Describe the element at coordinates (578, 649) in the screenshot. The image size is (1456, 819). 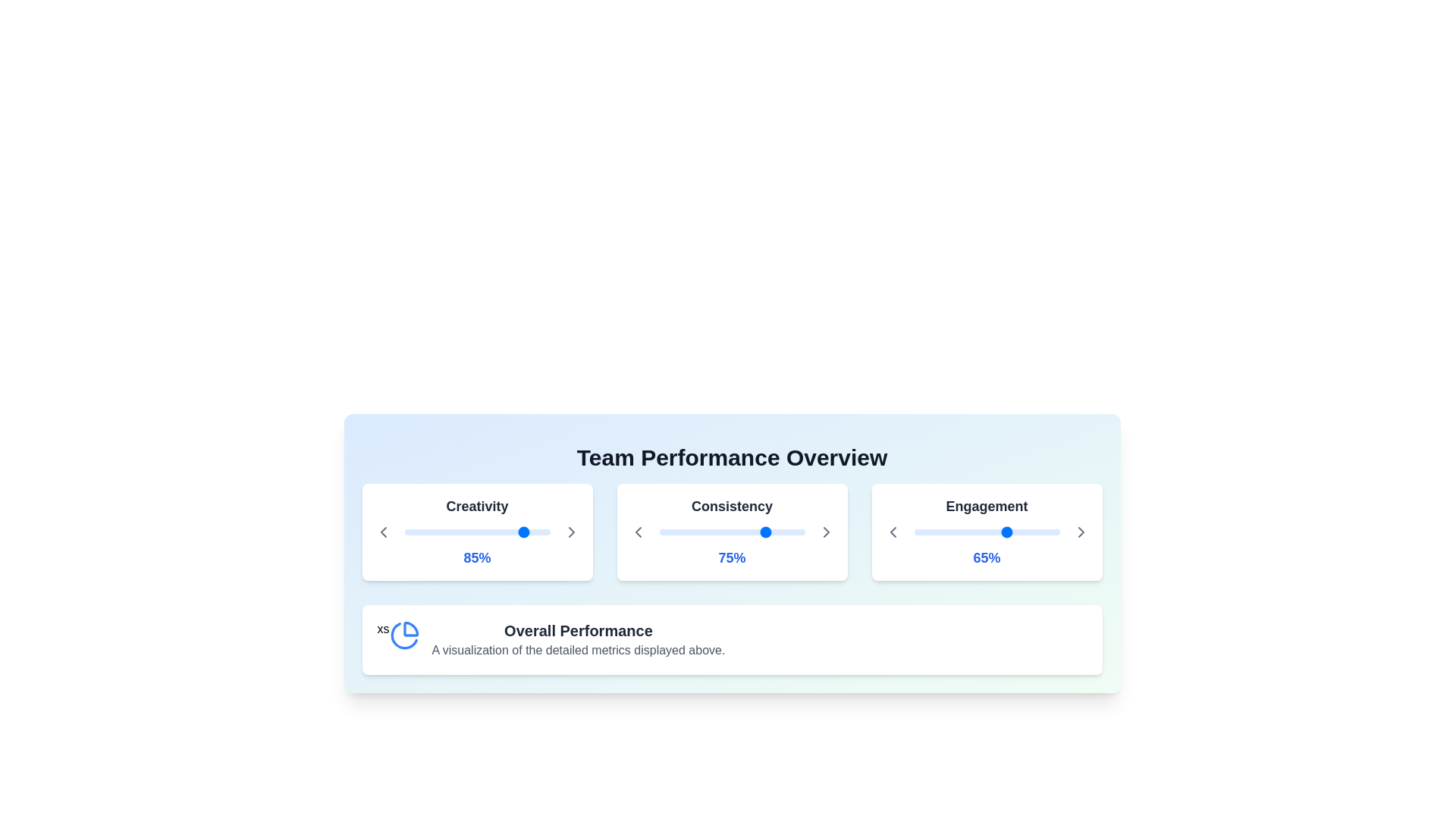
I see `the Textual Label located underneath the 'Overall Performance' heading in the summary section of the UI` at that location.